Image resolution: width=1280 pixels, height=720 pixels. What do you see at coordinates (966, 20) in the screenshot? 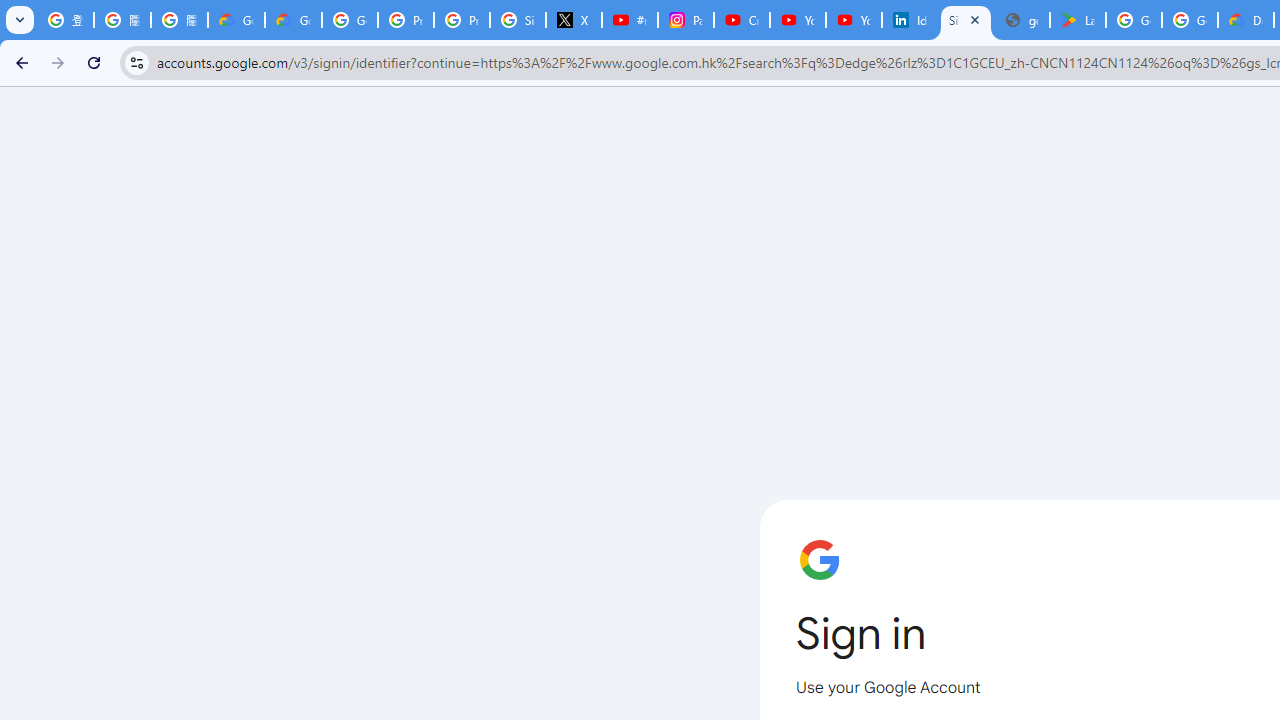
I see `'Sign in - Google Accounts'` at bounding box center [966, 20].